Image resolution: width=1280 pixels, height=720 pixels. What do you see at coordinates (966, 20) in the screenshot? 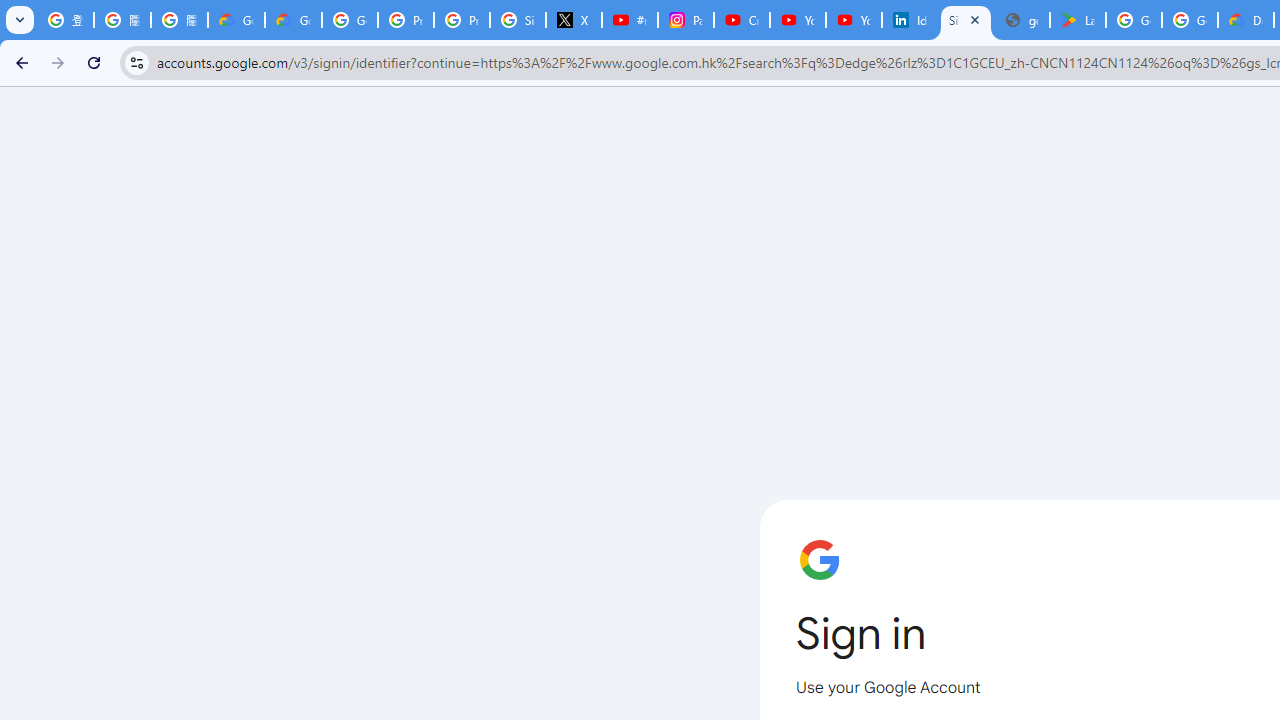
I see `'Sign in - Google Accounts'` at bounding box center [966, 20].